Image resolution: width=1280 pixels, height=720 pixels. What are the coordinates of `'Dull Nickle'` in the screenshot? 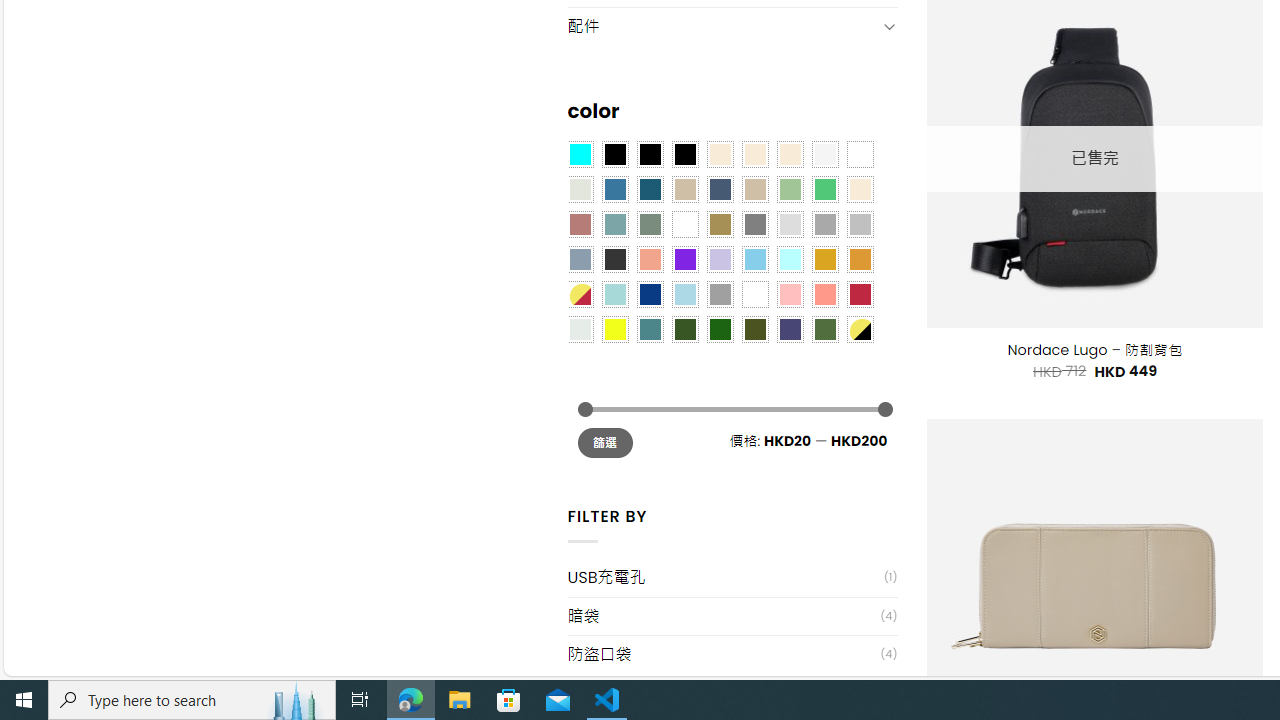 It's located at (578, 328).